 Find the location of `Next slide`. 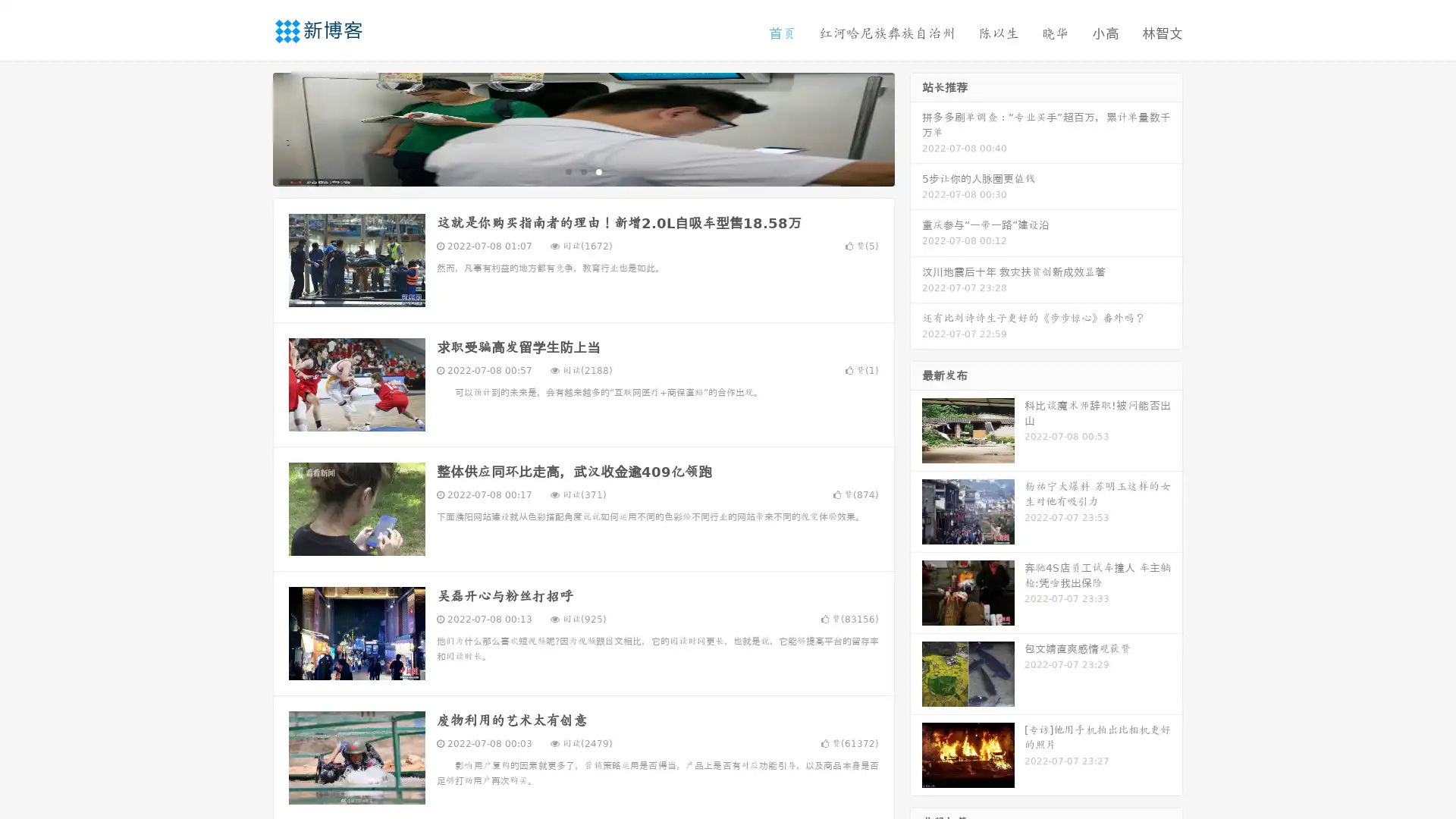

Next slide is located at coordinates (916, 127).